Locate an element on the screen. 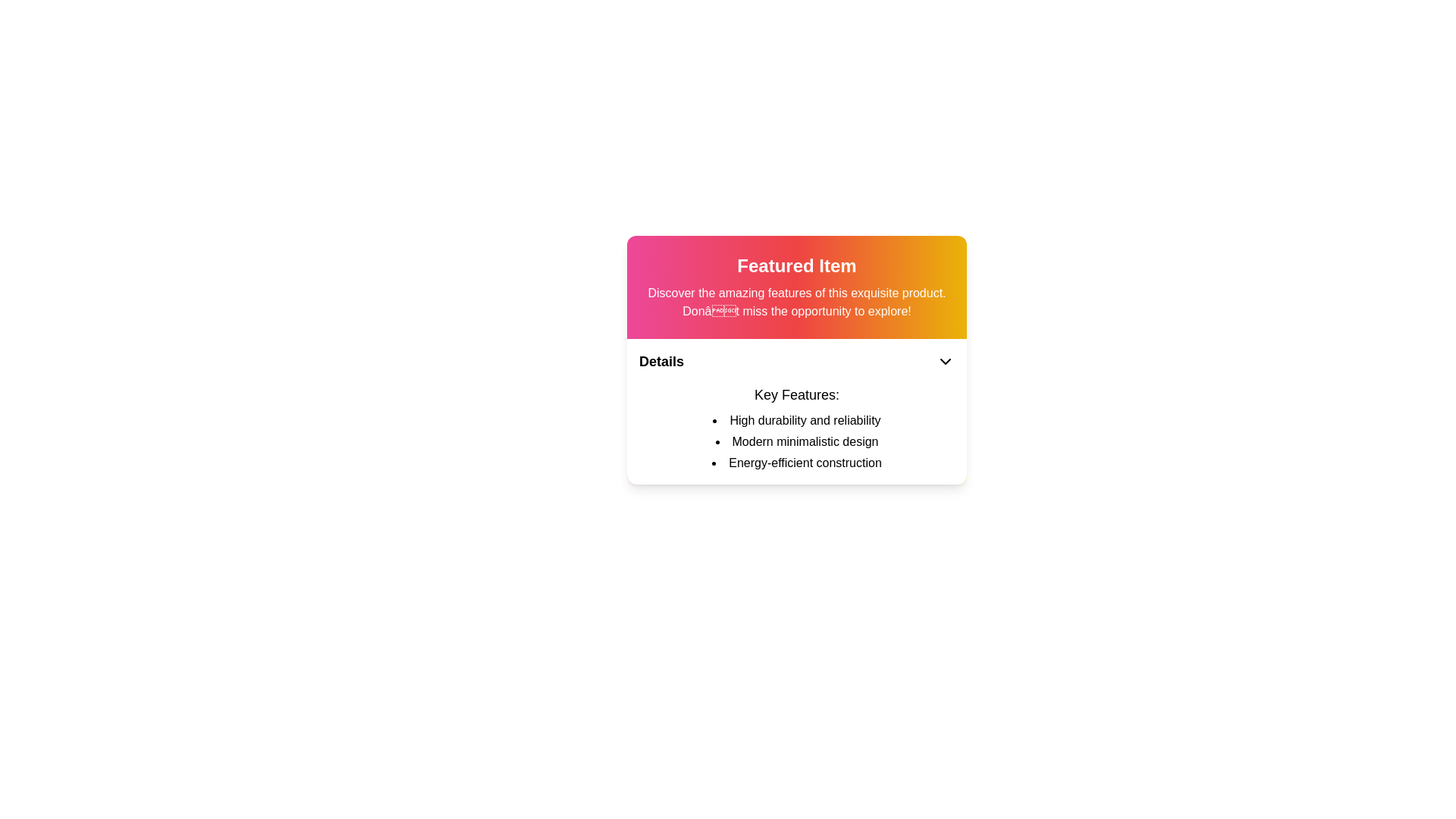 The height and width of the screenshot is (819, 1456). the informational text block titled 'Key Features:' that contains a bulleted list of characteristics, positioned centrally within the 'Details' section is located at coordinates (796, 428).